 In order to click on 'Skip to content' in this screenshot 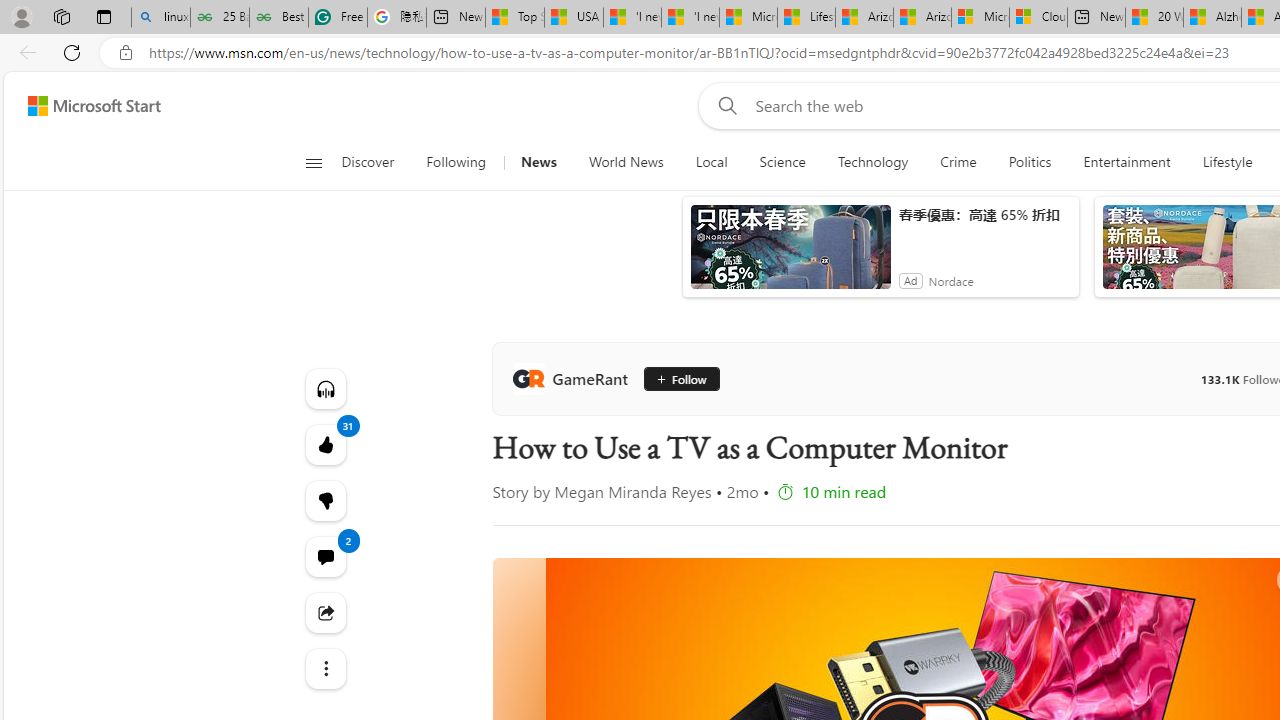, I will do `click(86, 105)`.